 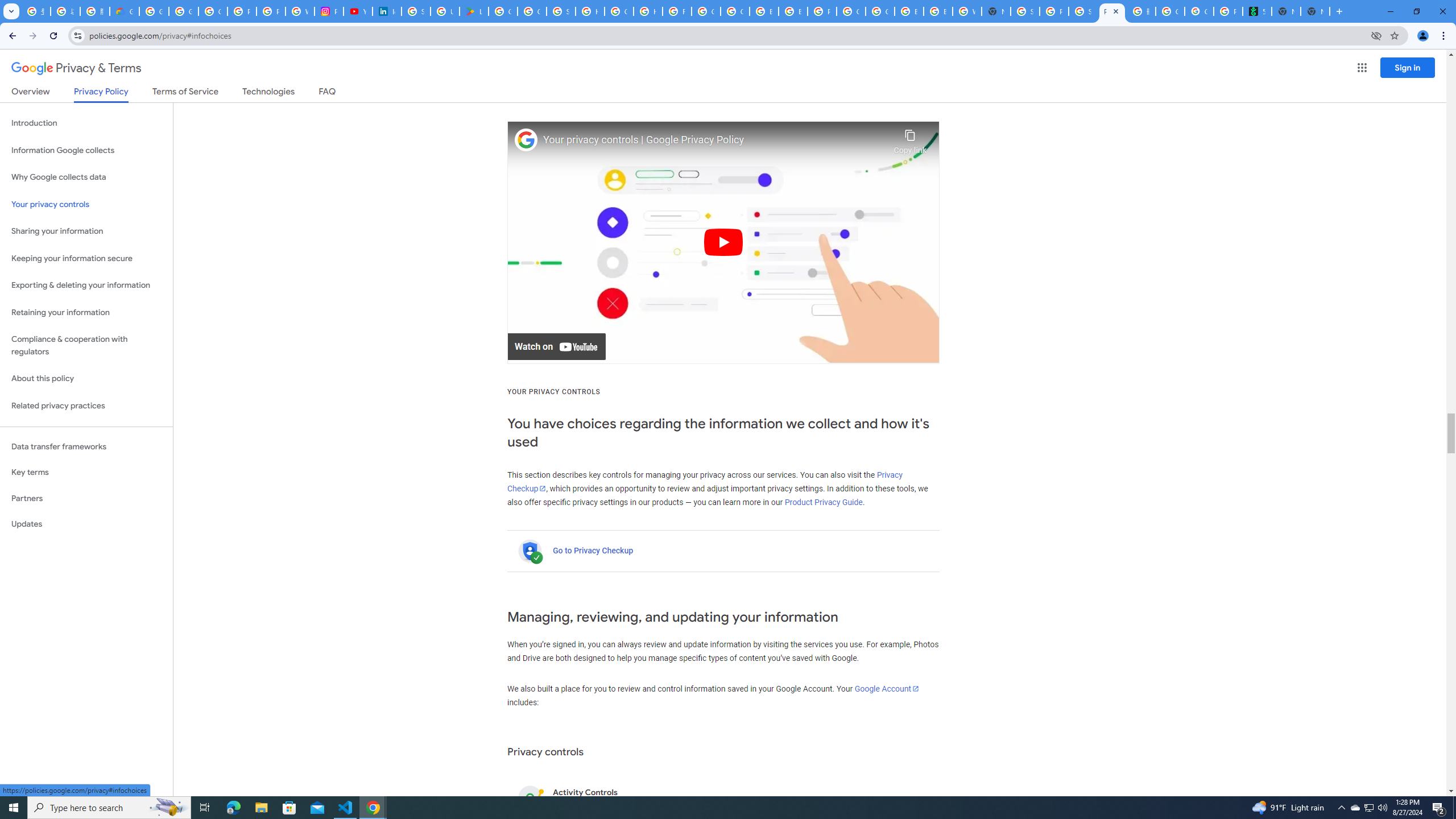 What do you see at coordinates (556, 346) in the screenshot?
I see `'Watch on YouTube'` at bounding box center [556, 346].